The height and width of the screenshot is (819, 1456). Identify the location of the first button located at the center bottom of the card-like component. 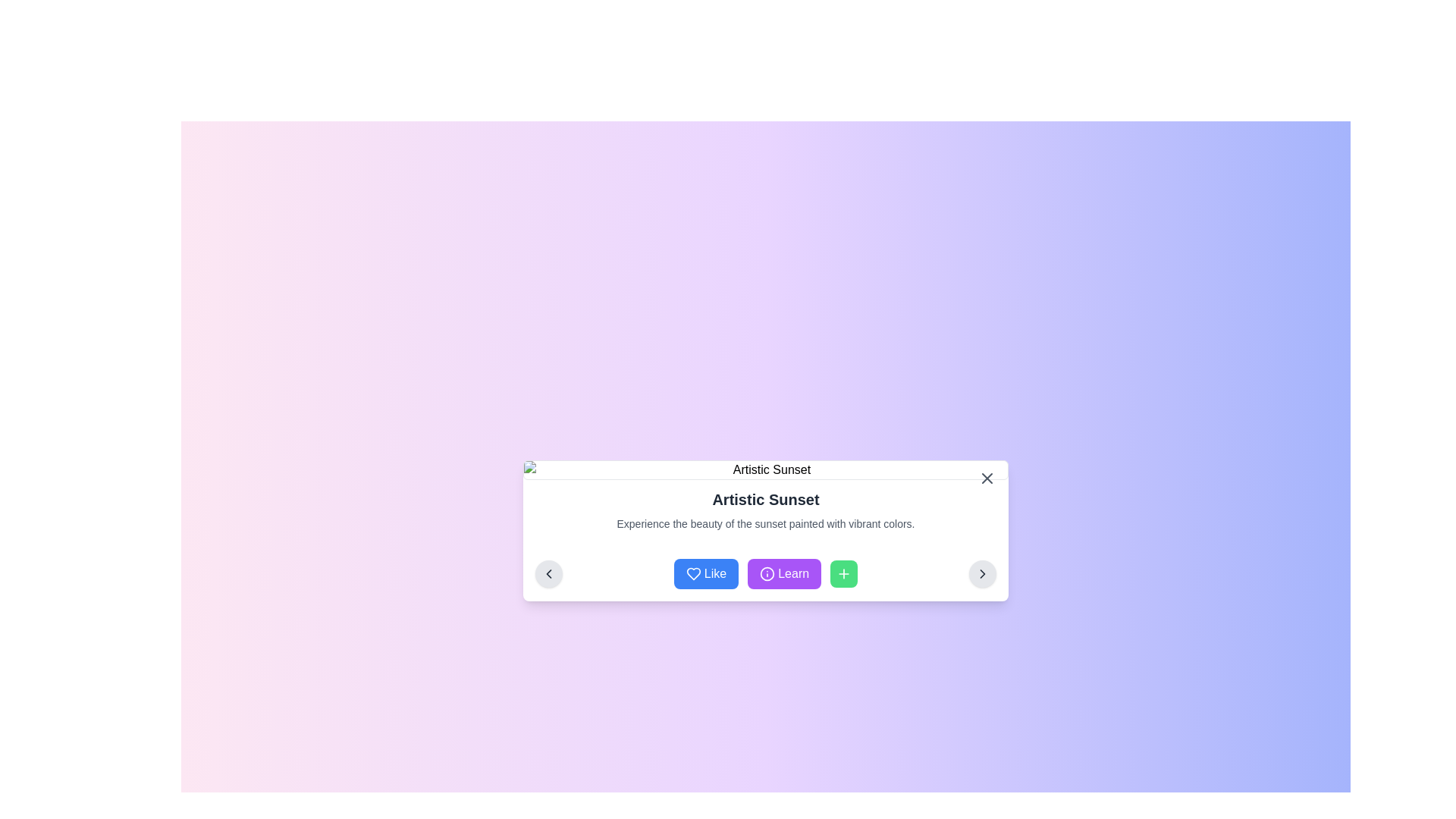
(705, 573).